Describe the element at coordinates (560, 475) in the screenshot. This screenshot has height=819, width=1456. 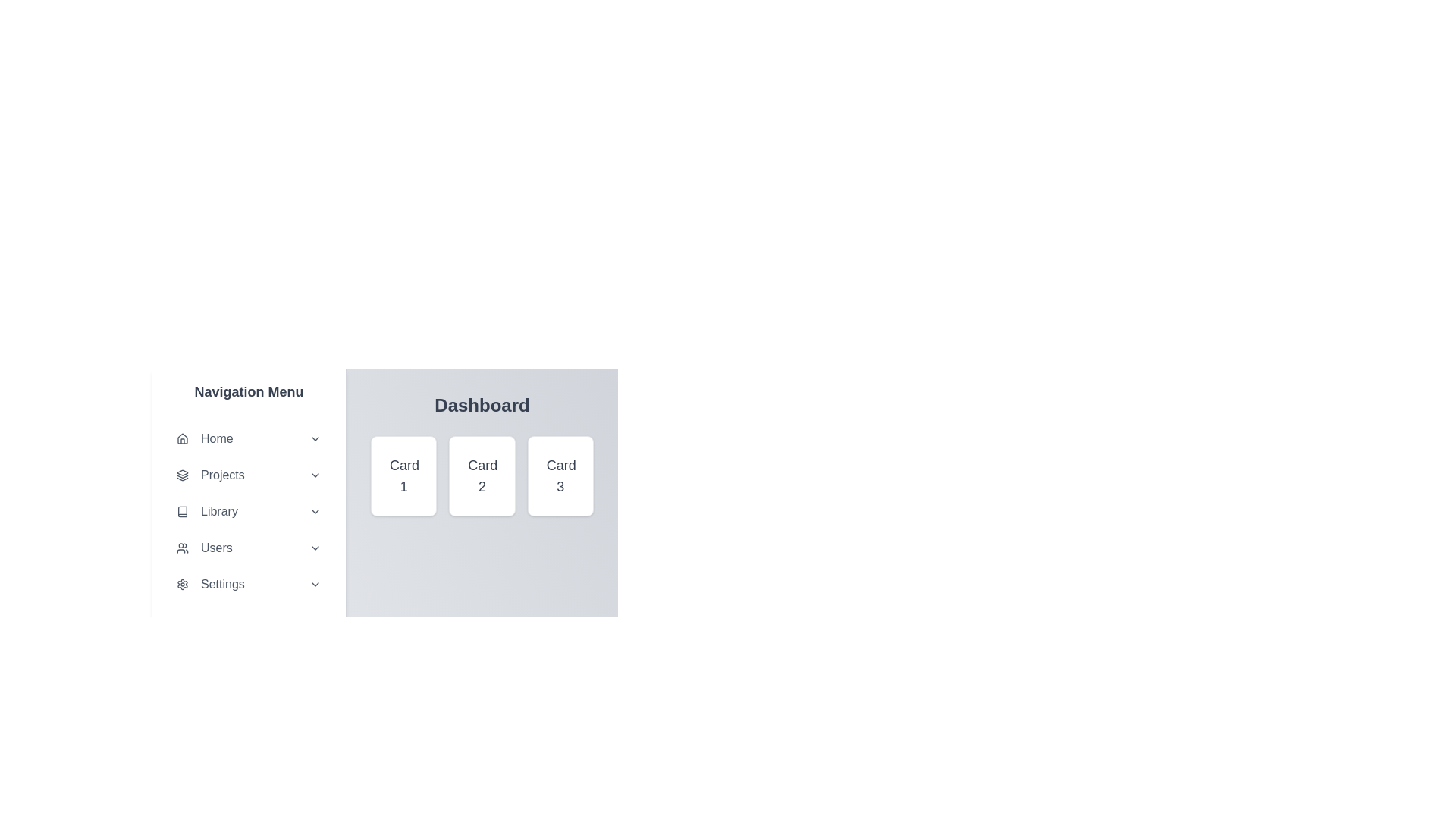
I see `the information card located in the third column of the grid layout, positioned to the right of 'Card 2' and below the dashboard title` at that location.